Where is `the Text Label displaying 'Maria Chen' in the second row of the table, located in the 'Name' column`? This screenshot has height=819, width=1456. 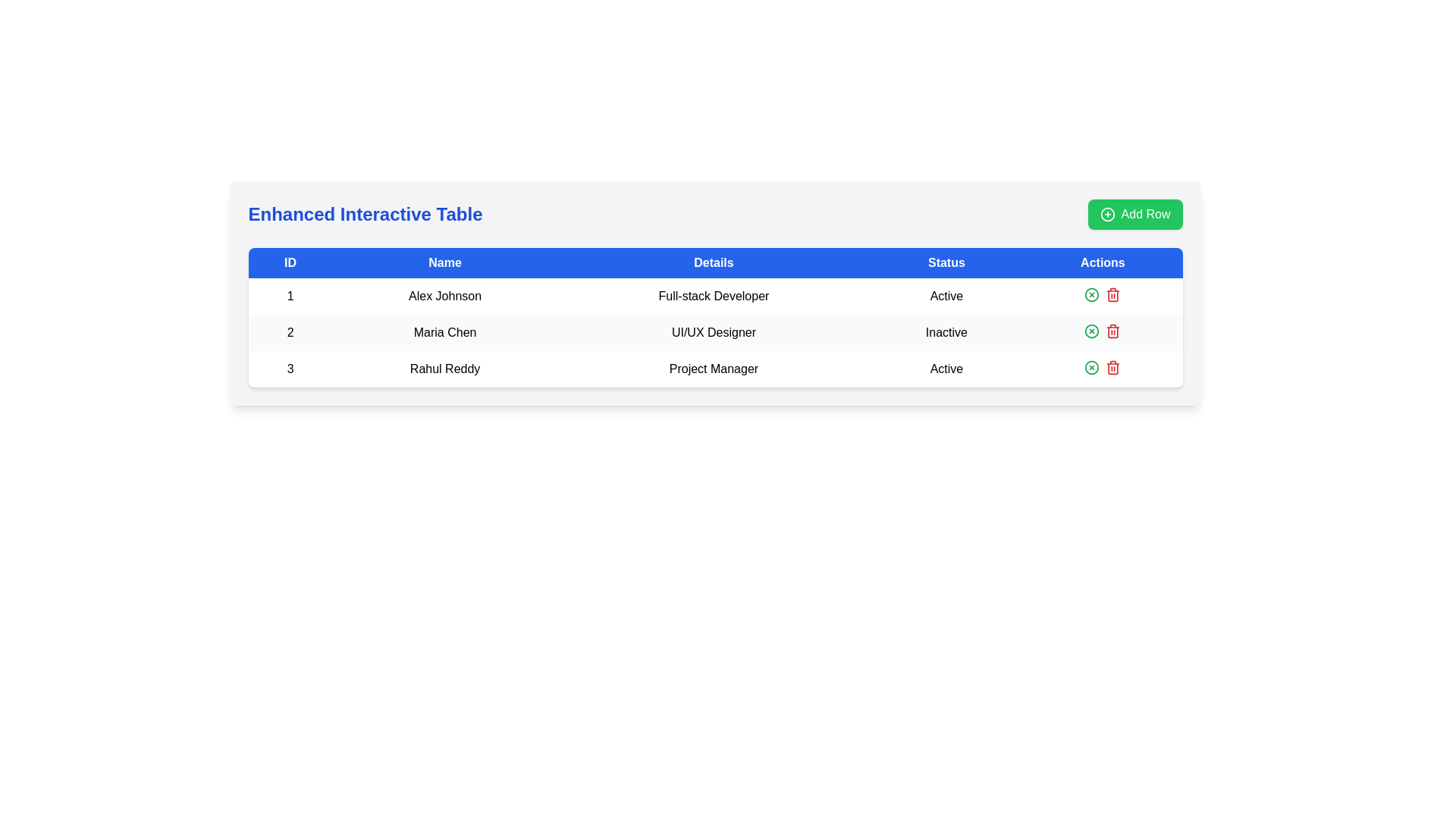 the Text Label displaying 'Maria Chen' in the second row of the table, located in the 'Name' column is located at coordinates (444, 332).